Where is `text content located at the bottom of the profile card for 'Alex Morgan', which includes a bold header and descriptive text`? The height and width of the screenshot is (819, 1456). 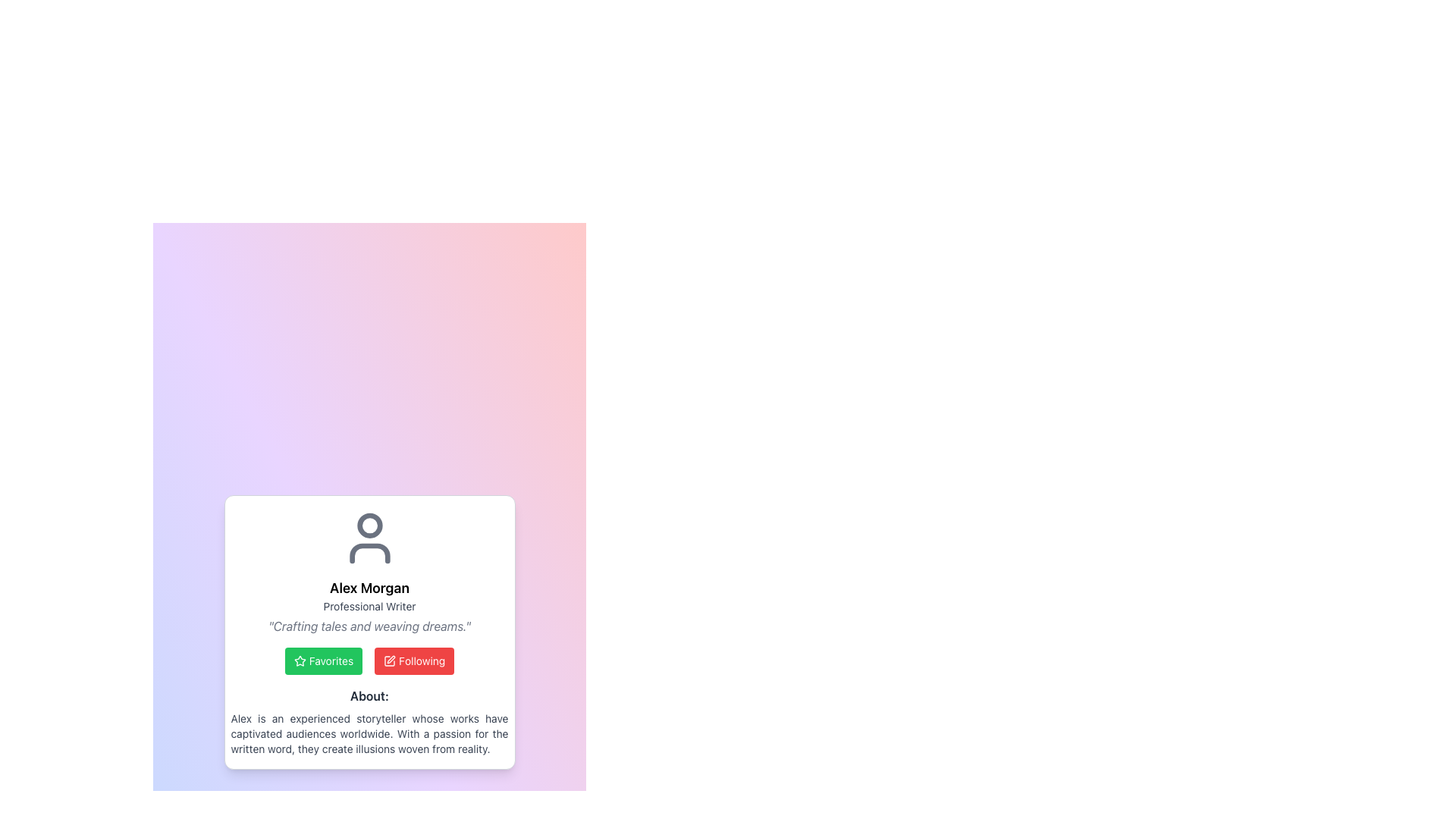
text content located at the bottom of the profile card for 'Alex Morgan', which includes a bold header and descriptive text is located at coordinates (369, 721).